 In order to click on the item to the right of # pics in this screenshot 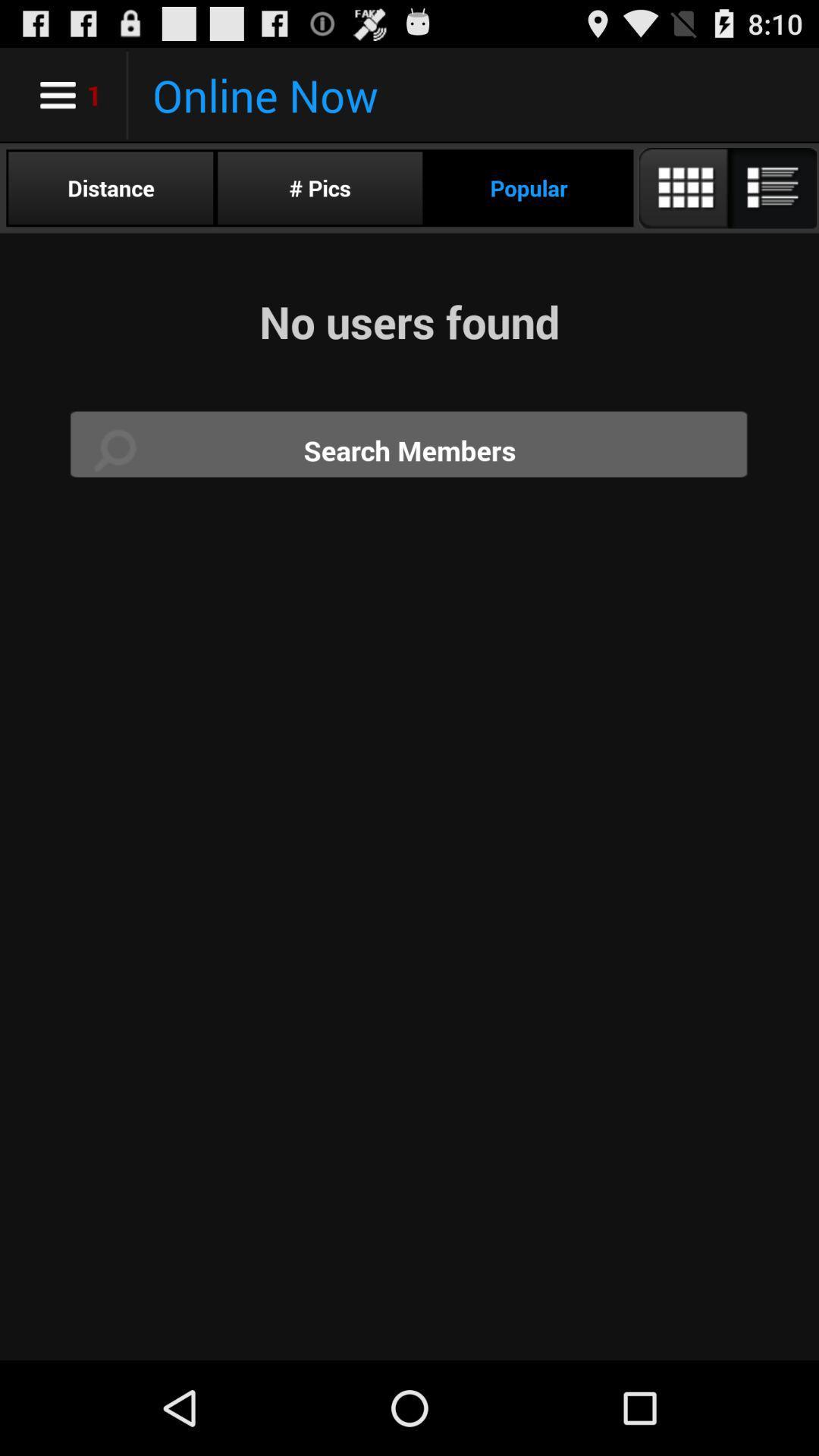, I will do `click(528, 187)`.